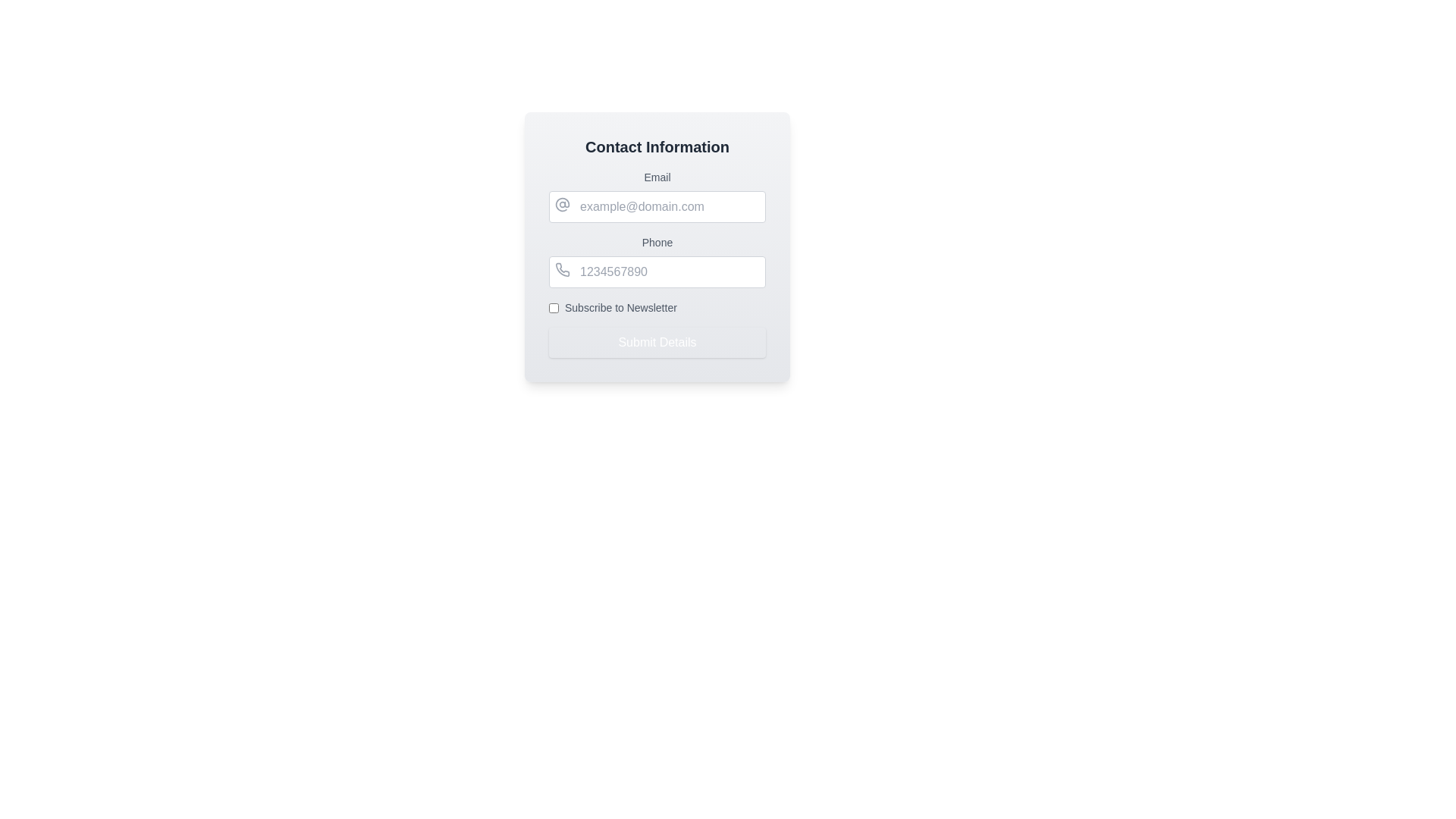 Image resolution: width=1456 pixels, height=819 pixels. Describe the element at coordinates (553, 307) in the screenshot. I see `the small, square checkbox styled with a gray accent, located to the left of the text 'Subscribe to Newsletter', for potential visual feedback` at that location.